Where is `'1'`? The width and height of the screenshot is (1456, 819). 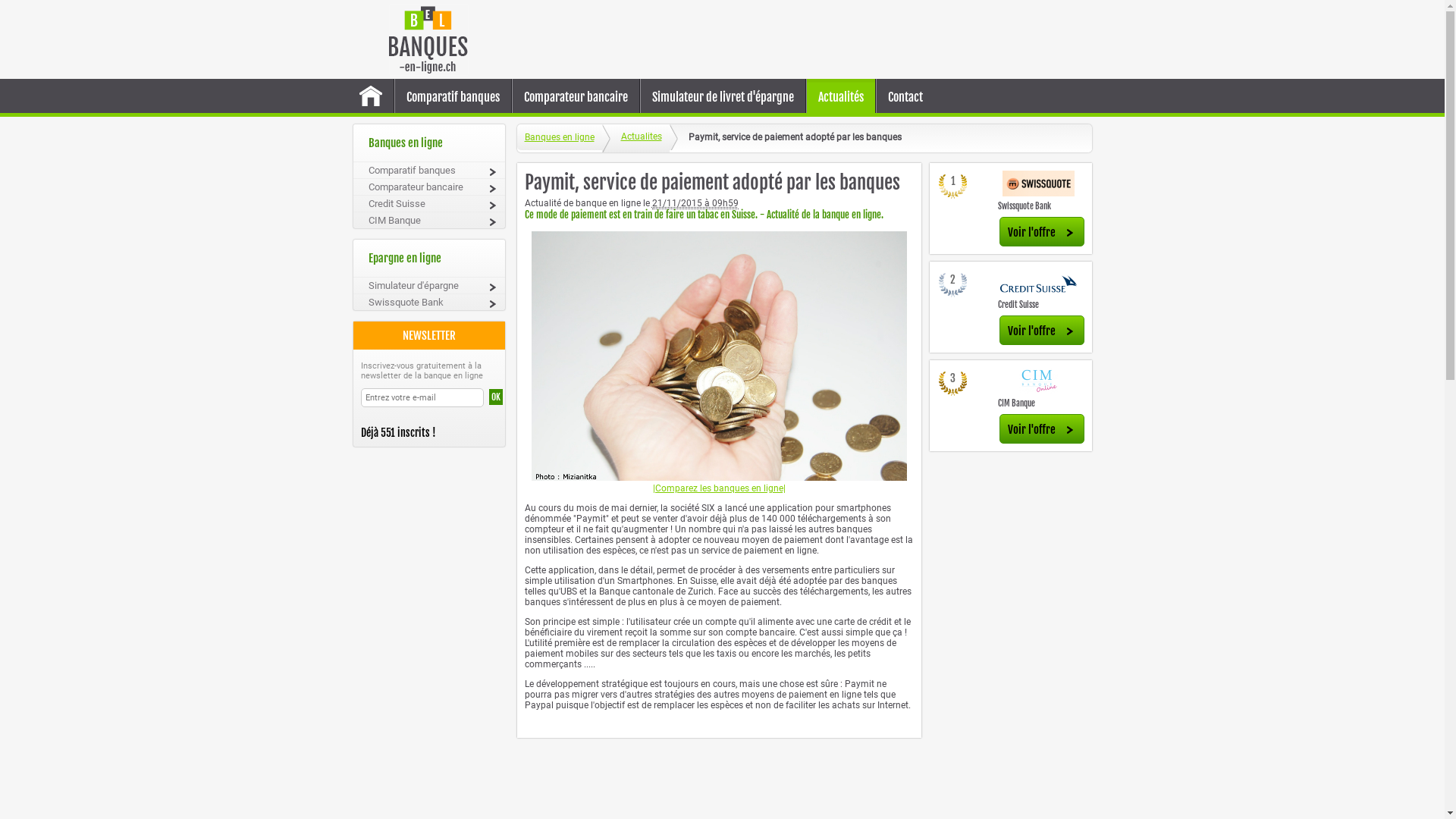 '1' is located at coordinates (952, 187).